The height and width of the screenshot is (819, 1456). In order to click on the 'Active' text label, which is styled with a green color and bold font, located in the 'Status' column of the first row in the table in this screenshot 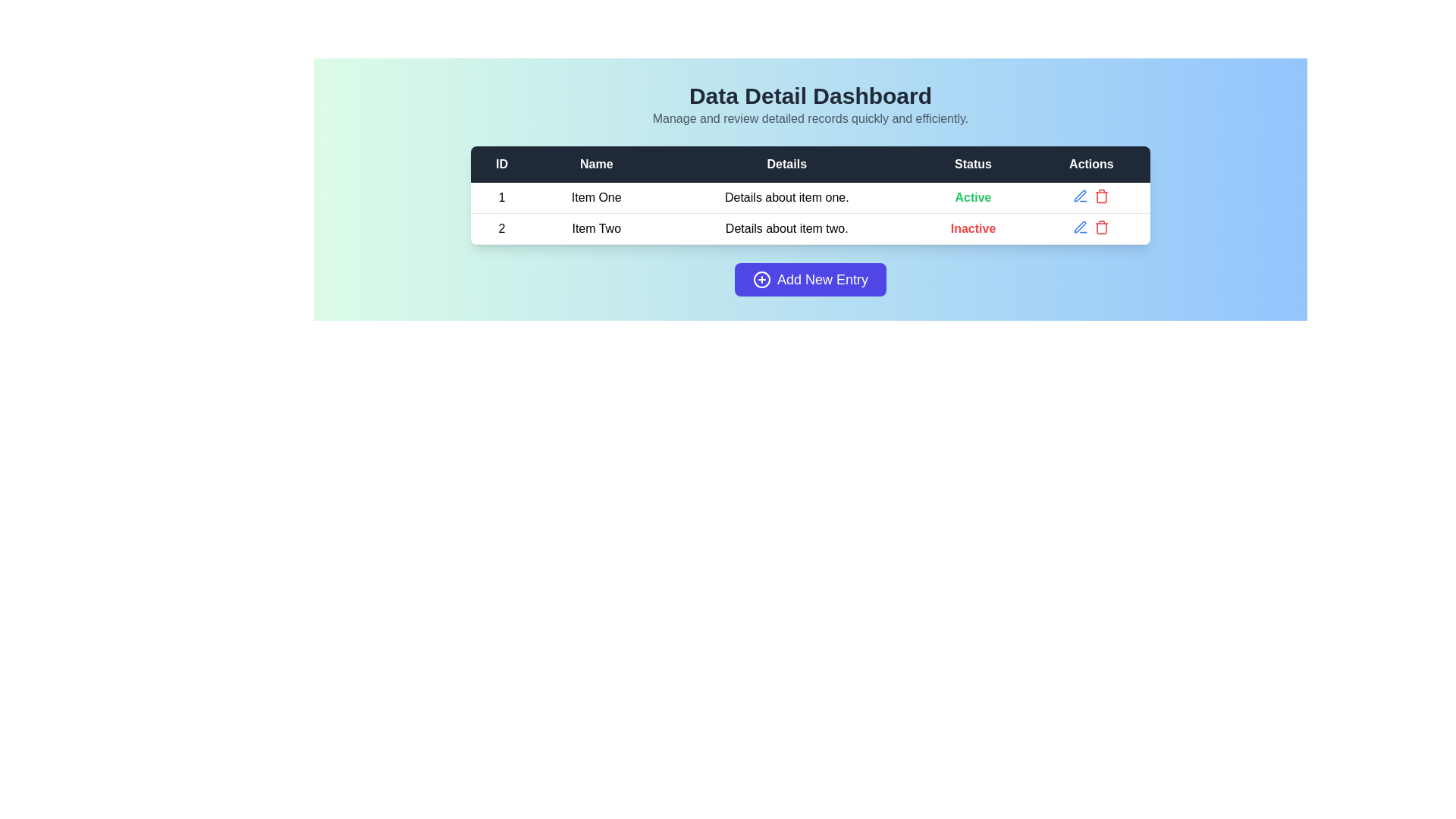, I will do `click(973, 196)`.